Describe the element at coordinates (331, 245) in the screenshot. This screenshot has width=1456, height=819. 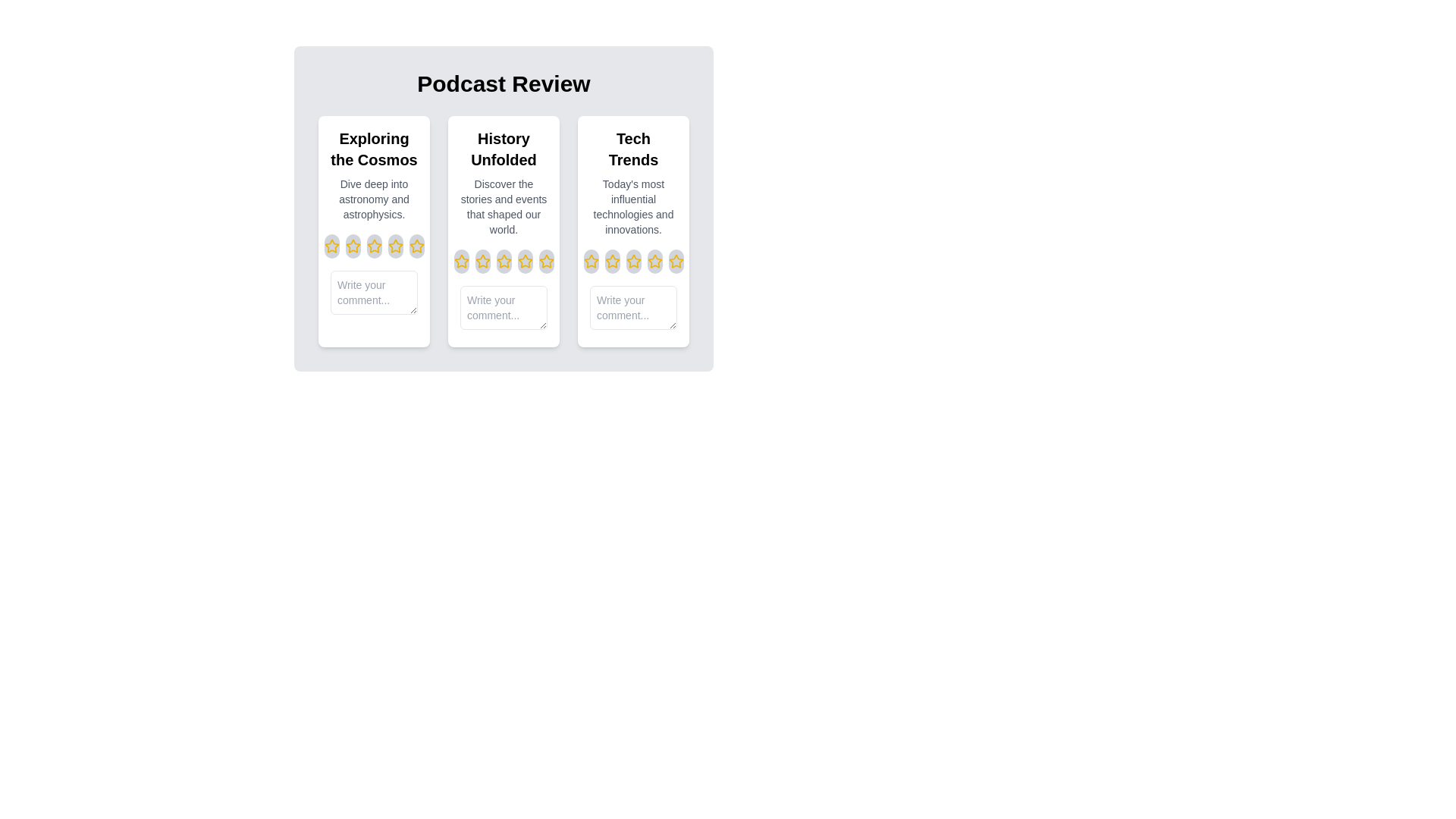
I see `the rating for an episode to 1 stars by clicking on the corresponding star` at that location.